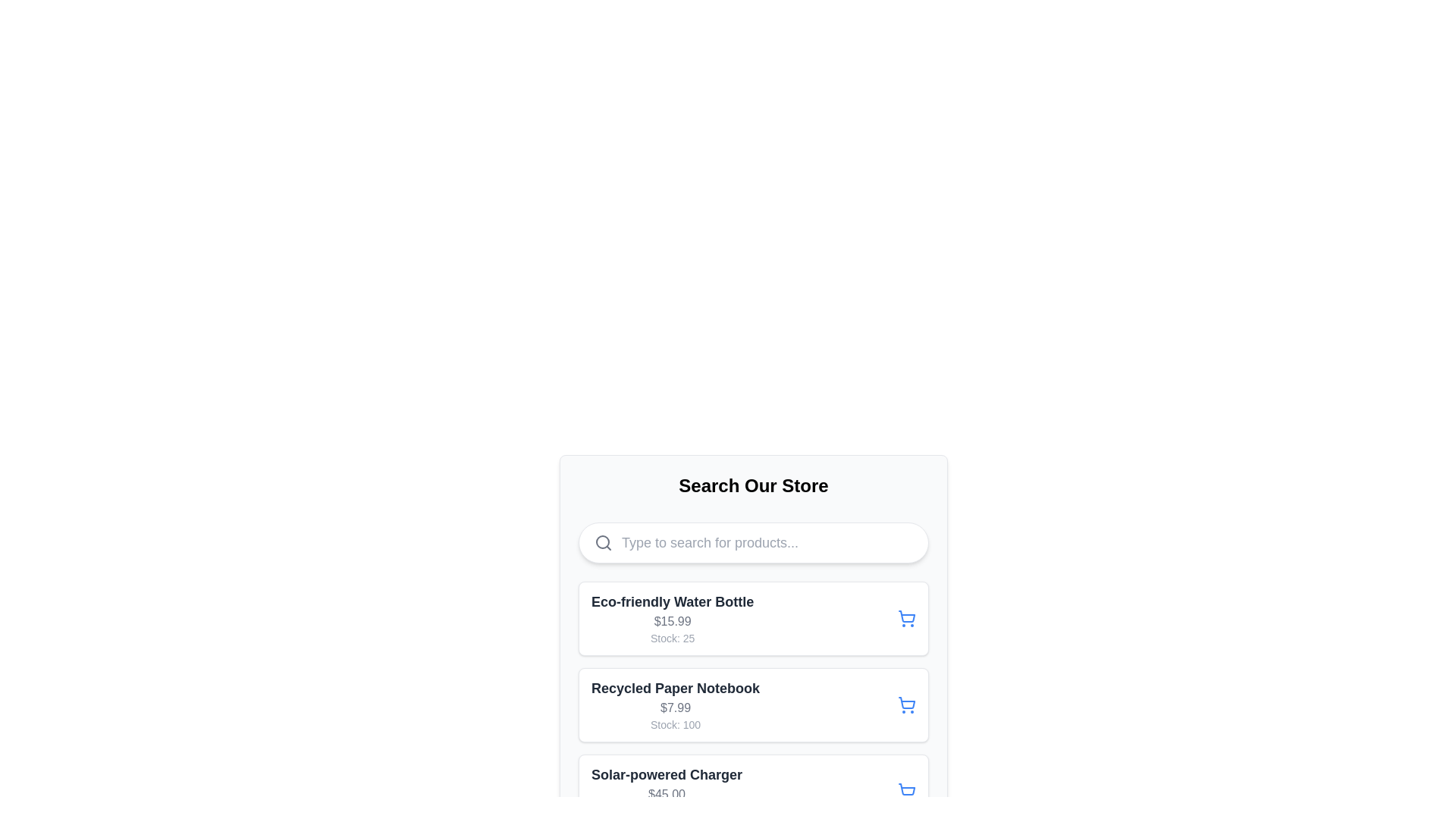 This screenshot has height=819, width=1456. Describe the element at coordinates (603, 542) in the screenshot. I see `the gray outlined magnifying glass icon located before the input field in the search bar` at that location.